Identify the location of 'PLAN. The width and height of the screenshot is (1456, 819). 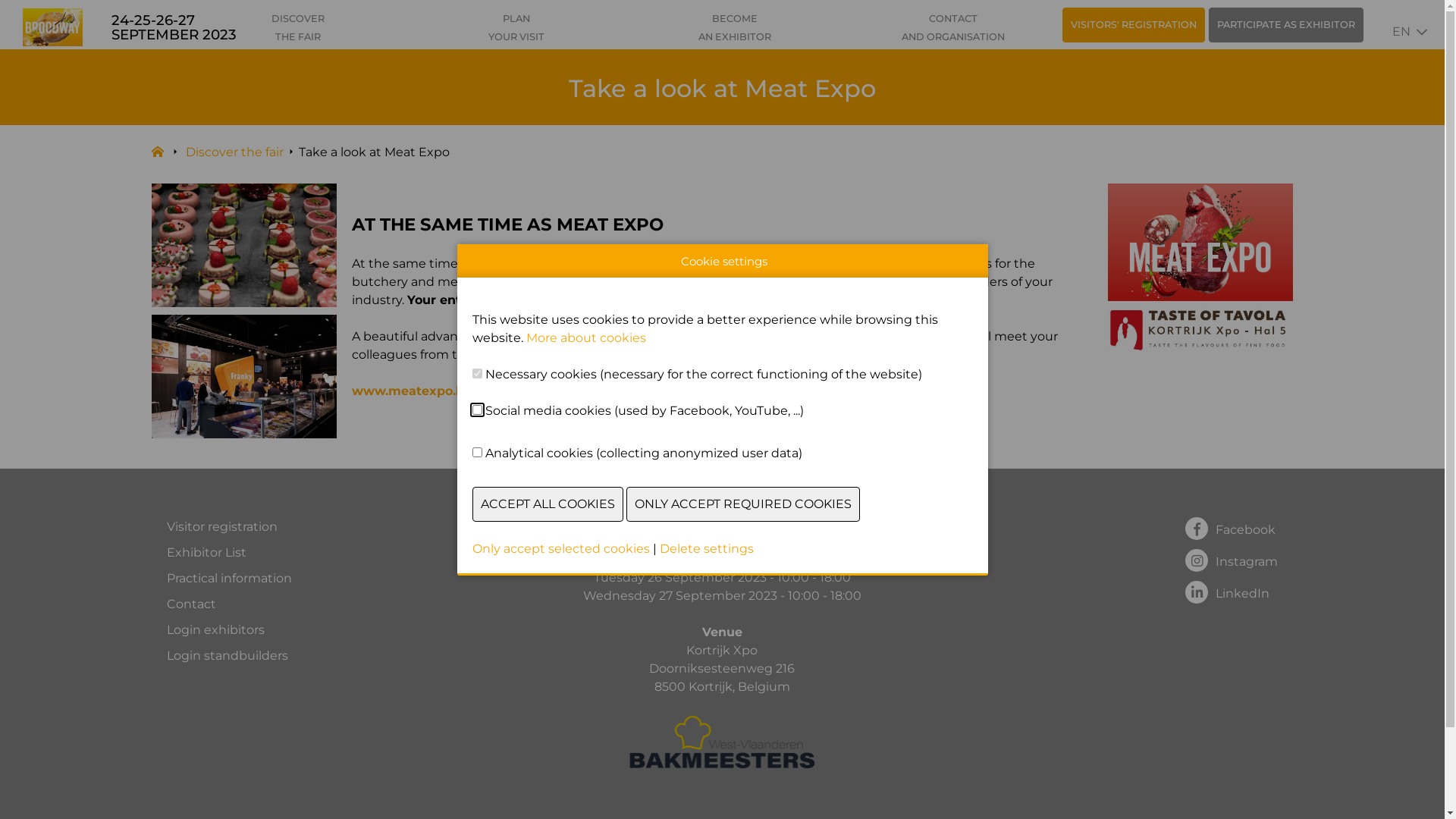
(516, 28).